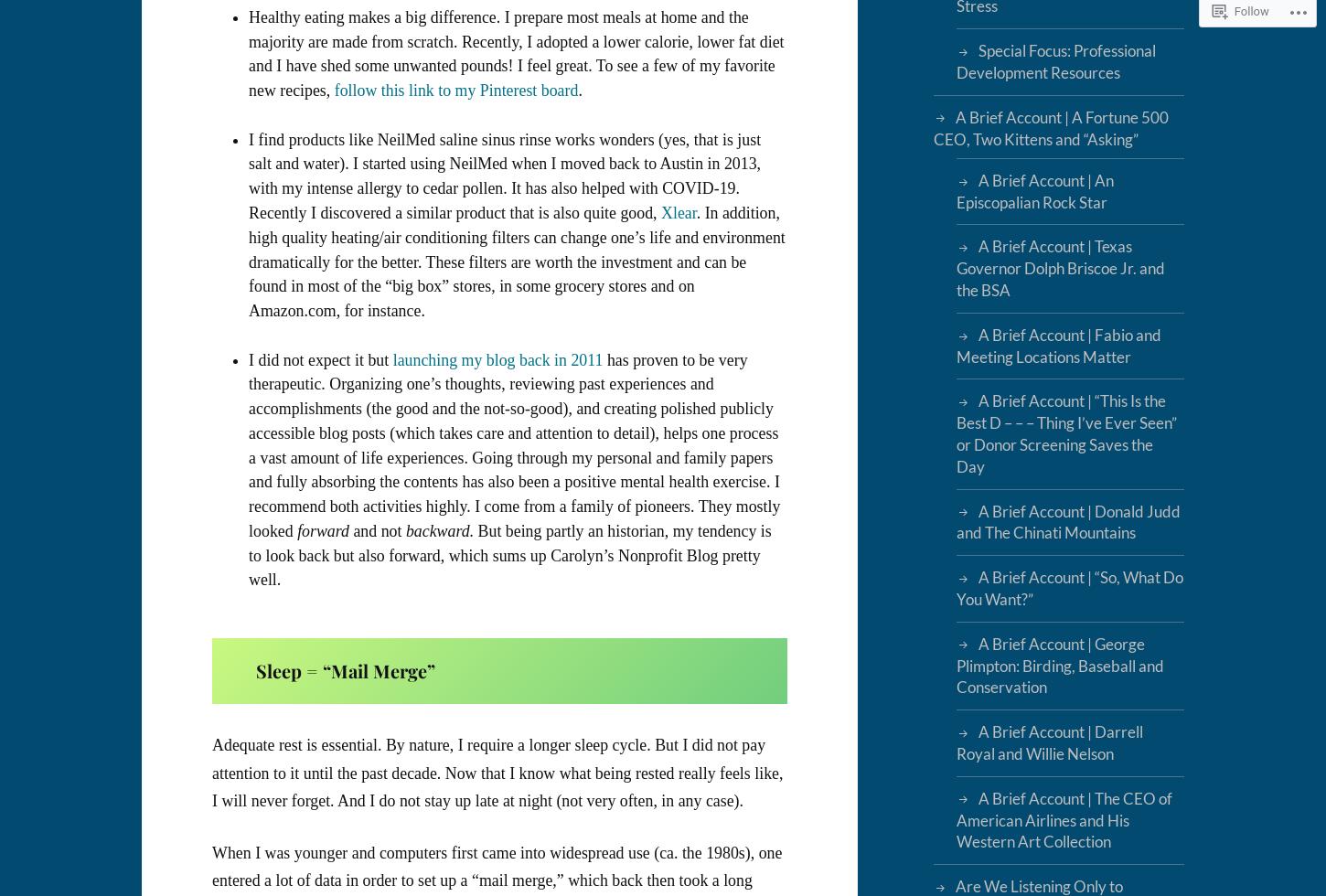 Image resolution: width=1326 pixels, height=896 pixels. Describe the element at coordinates (391, 358) in the screenshot. I see `'launching my blog back in 2011'` at that location.